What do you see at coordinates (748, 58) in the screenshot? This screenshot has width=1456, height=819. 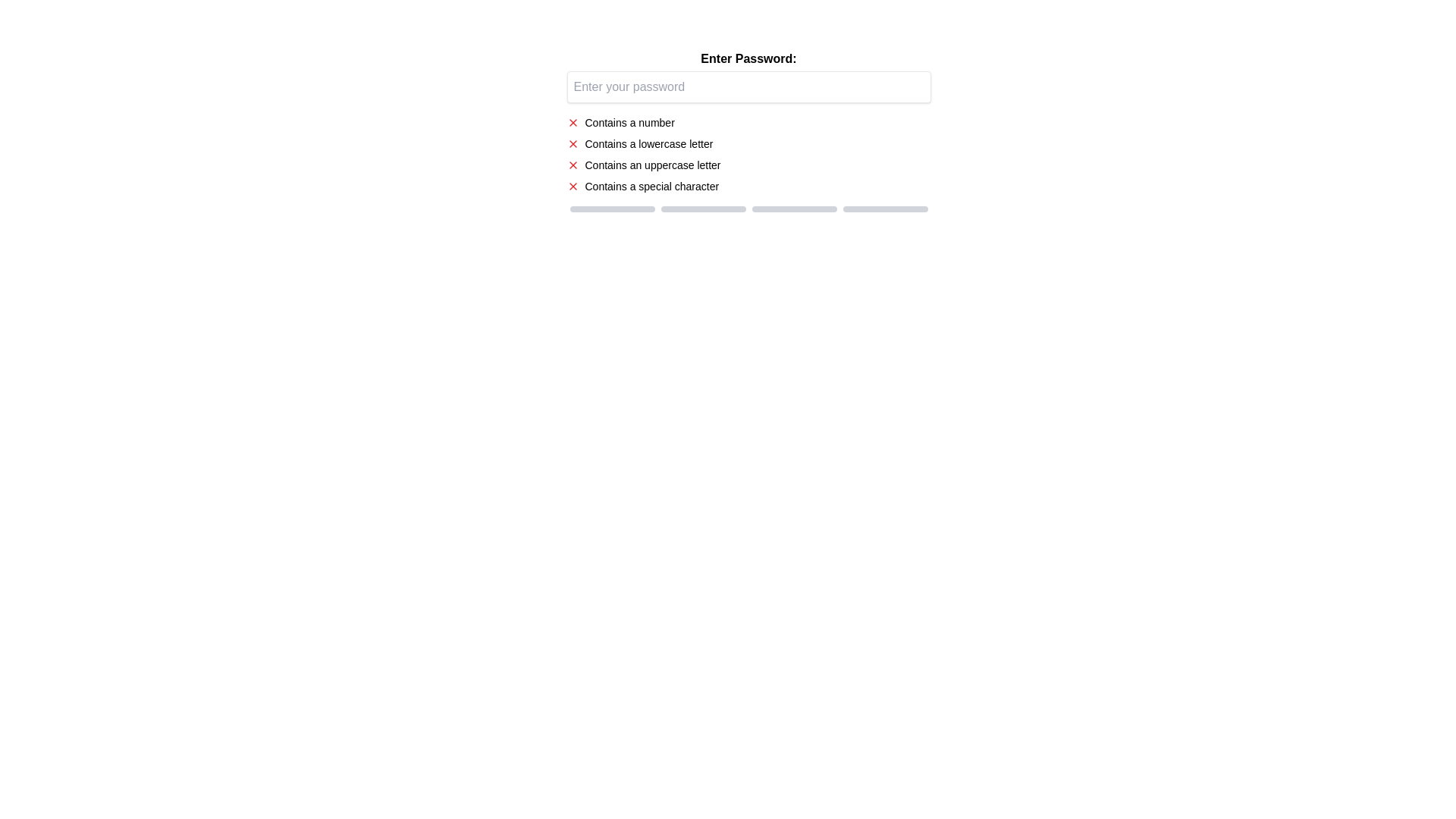 I see `text from the bold label 'Enter Password:' which serves as a header for the password input field below it` at bounding box center [748, 58].